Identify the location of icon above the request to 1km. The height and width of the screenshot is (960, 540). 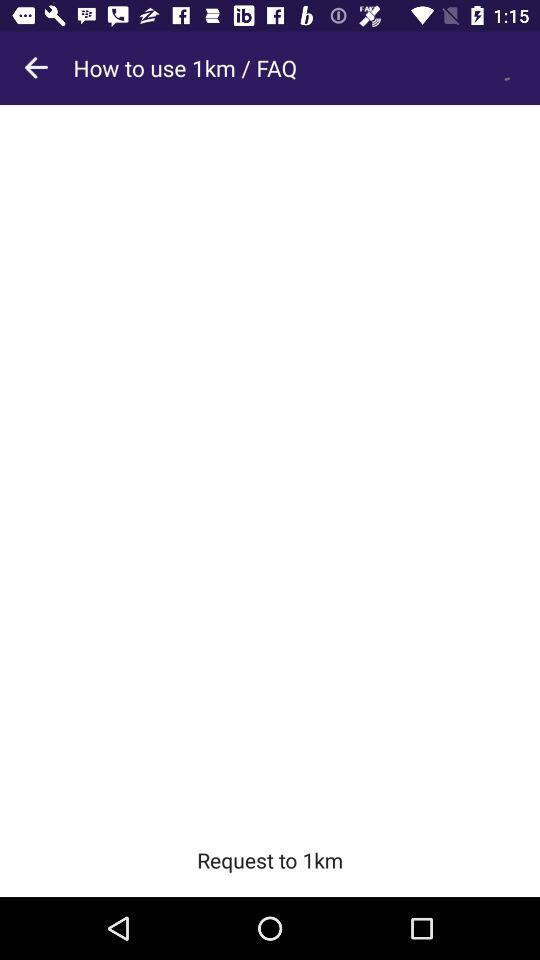
(270, 464).